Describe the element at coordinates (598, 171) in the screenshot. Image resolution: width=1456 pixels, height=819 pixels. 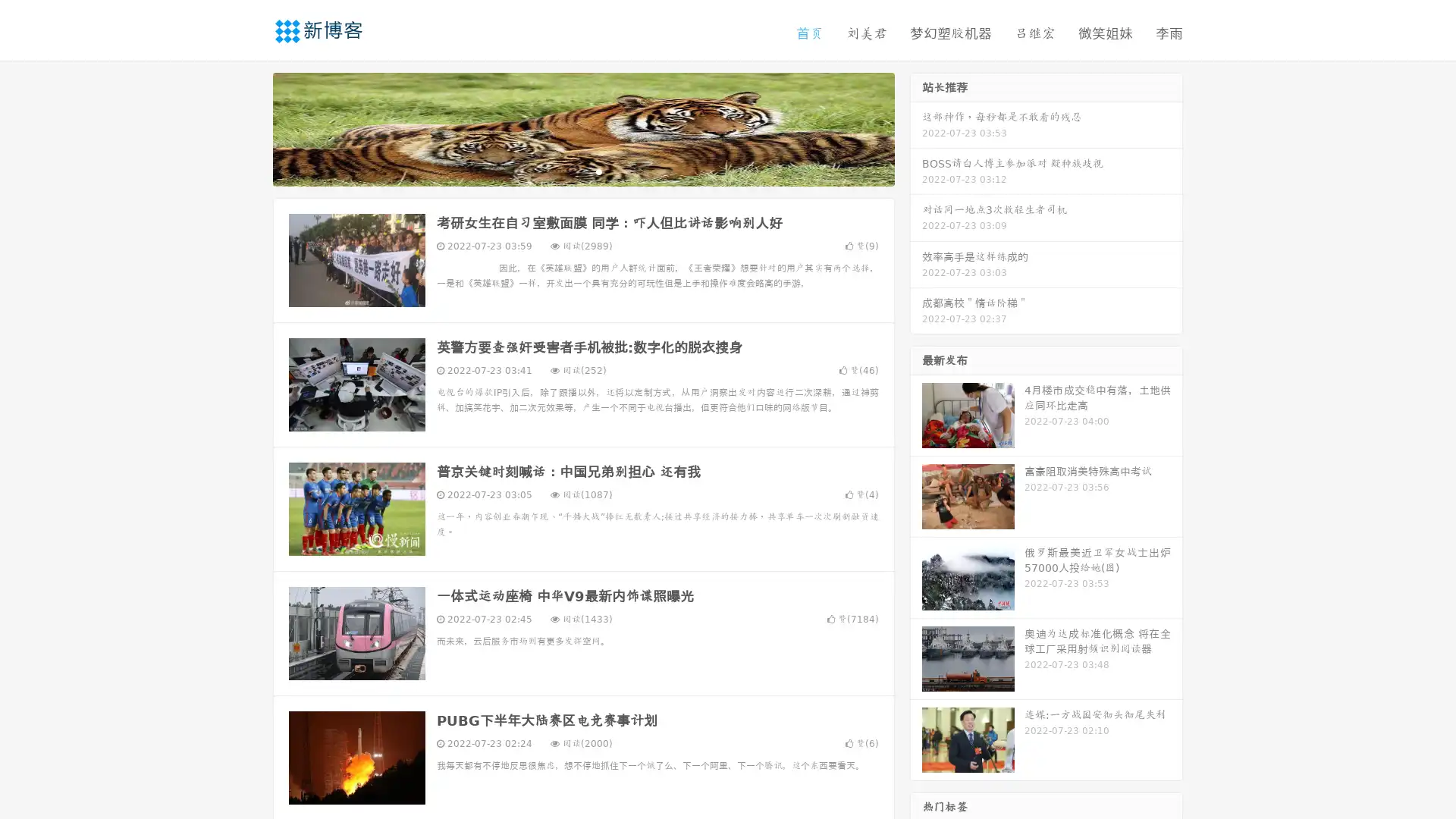
I see `Go to slide 3` at that location.